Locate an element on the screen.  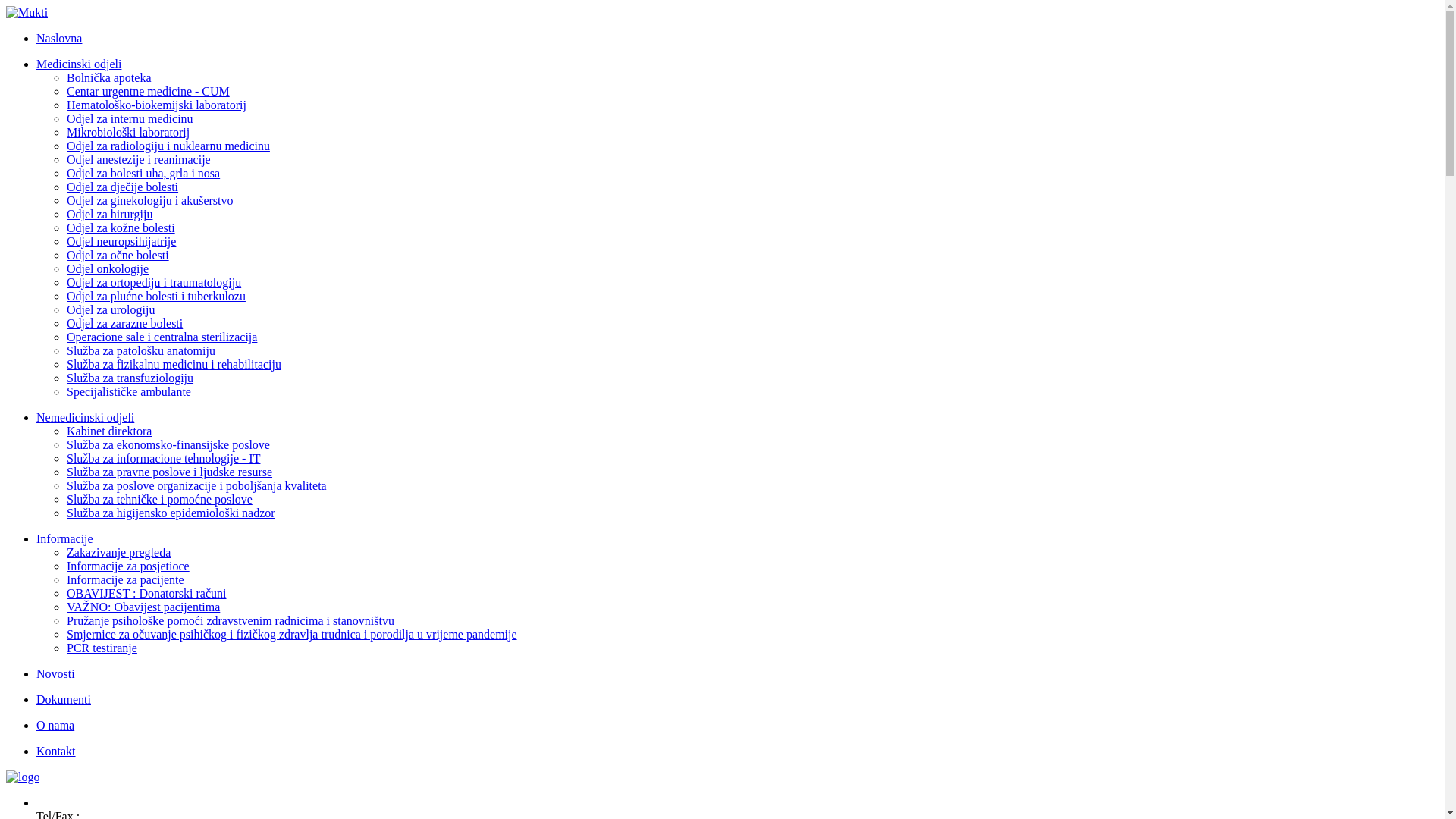
'Informacije' is located at coordinates (64, 538).